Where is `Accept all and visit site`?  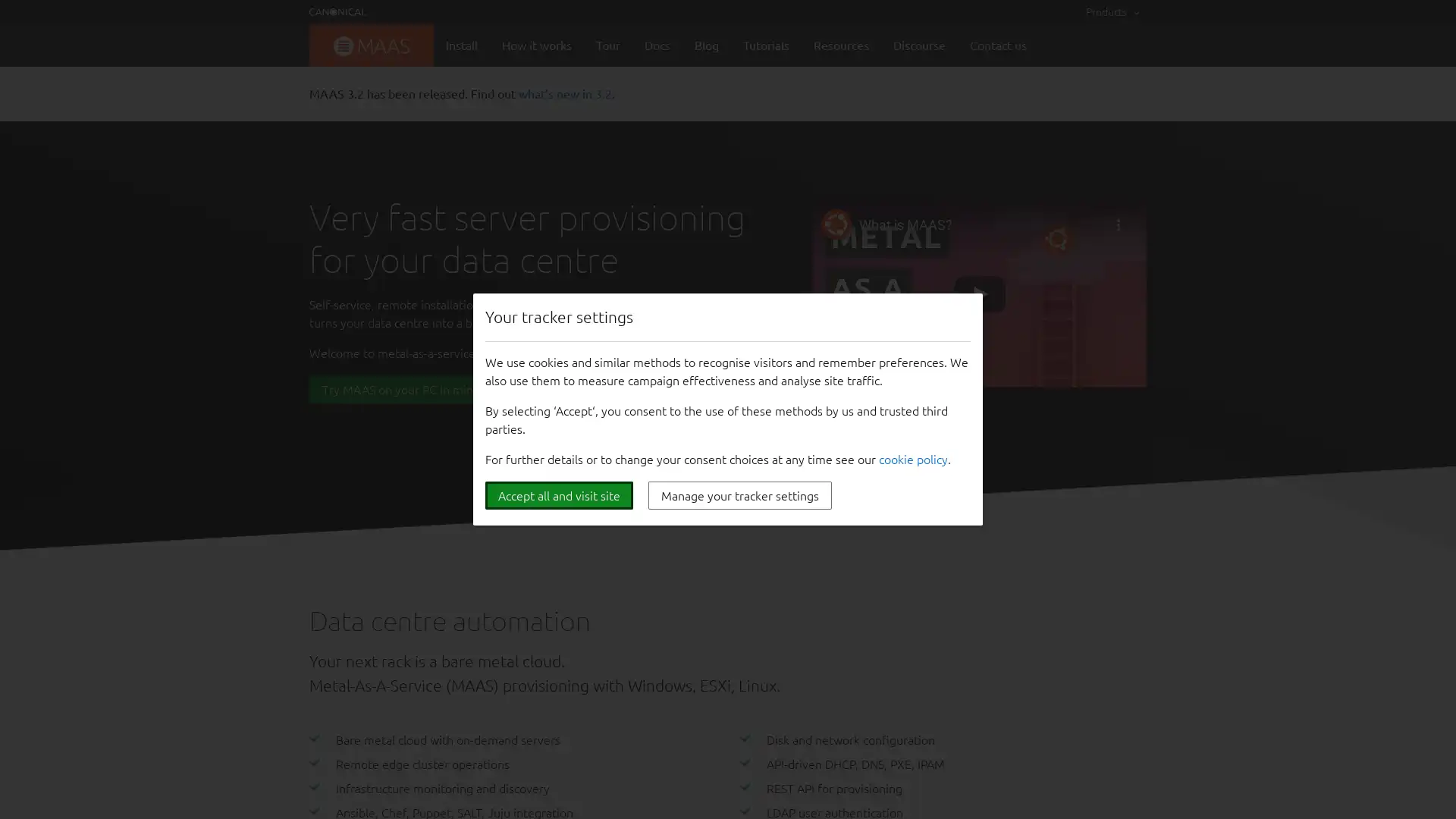 Accept all and visit site is located at coordinates (558, 495).